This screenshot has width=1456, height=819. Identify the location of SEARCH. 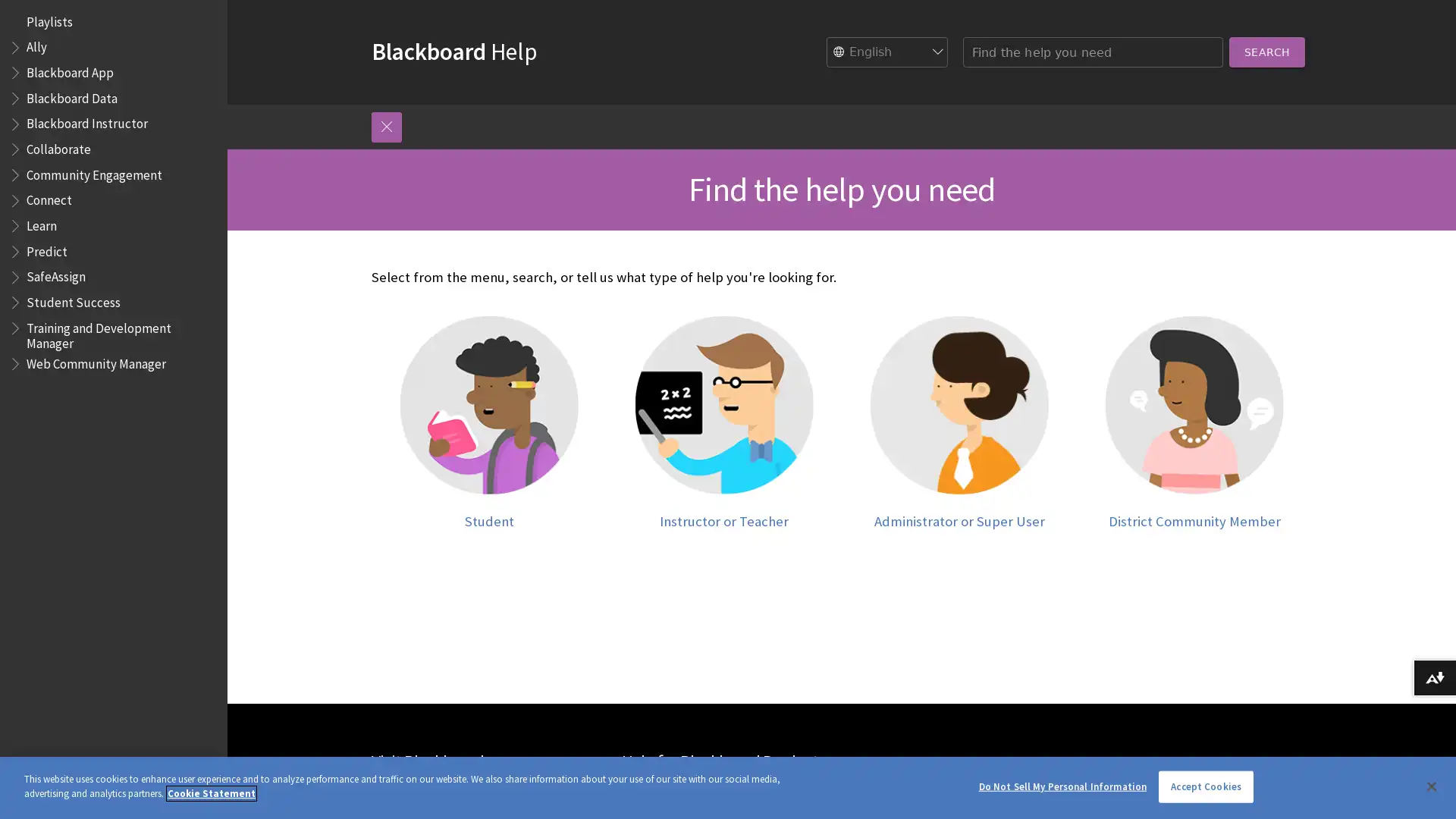
(1153, 51).